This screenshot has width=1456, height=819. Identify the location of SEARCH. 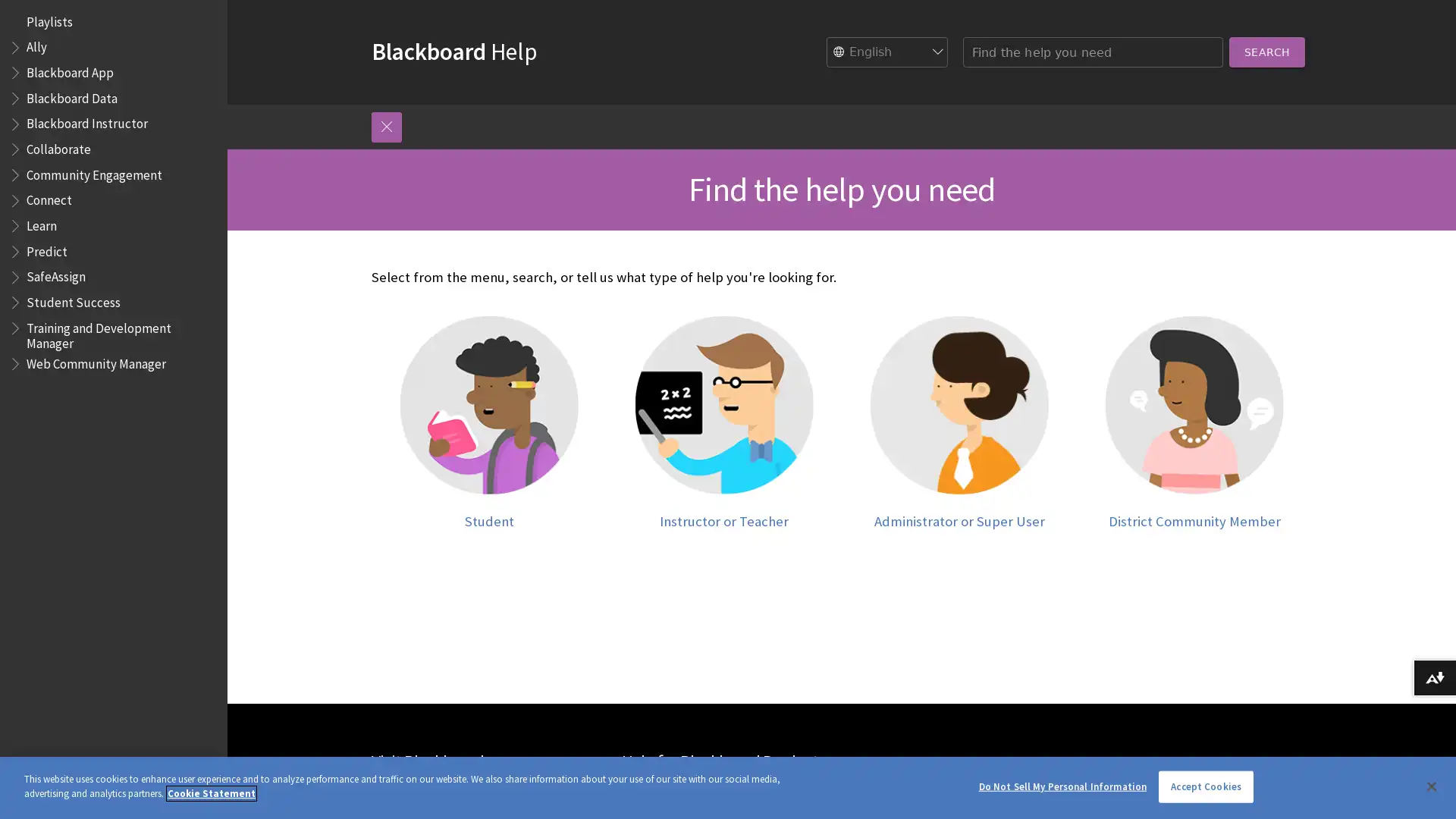
(1153, 51).